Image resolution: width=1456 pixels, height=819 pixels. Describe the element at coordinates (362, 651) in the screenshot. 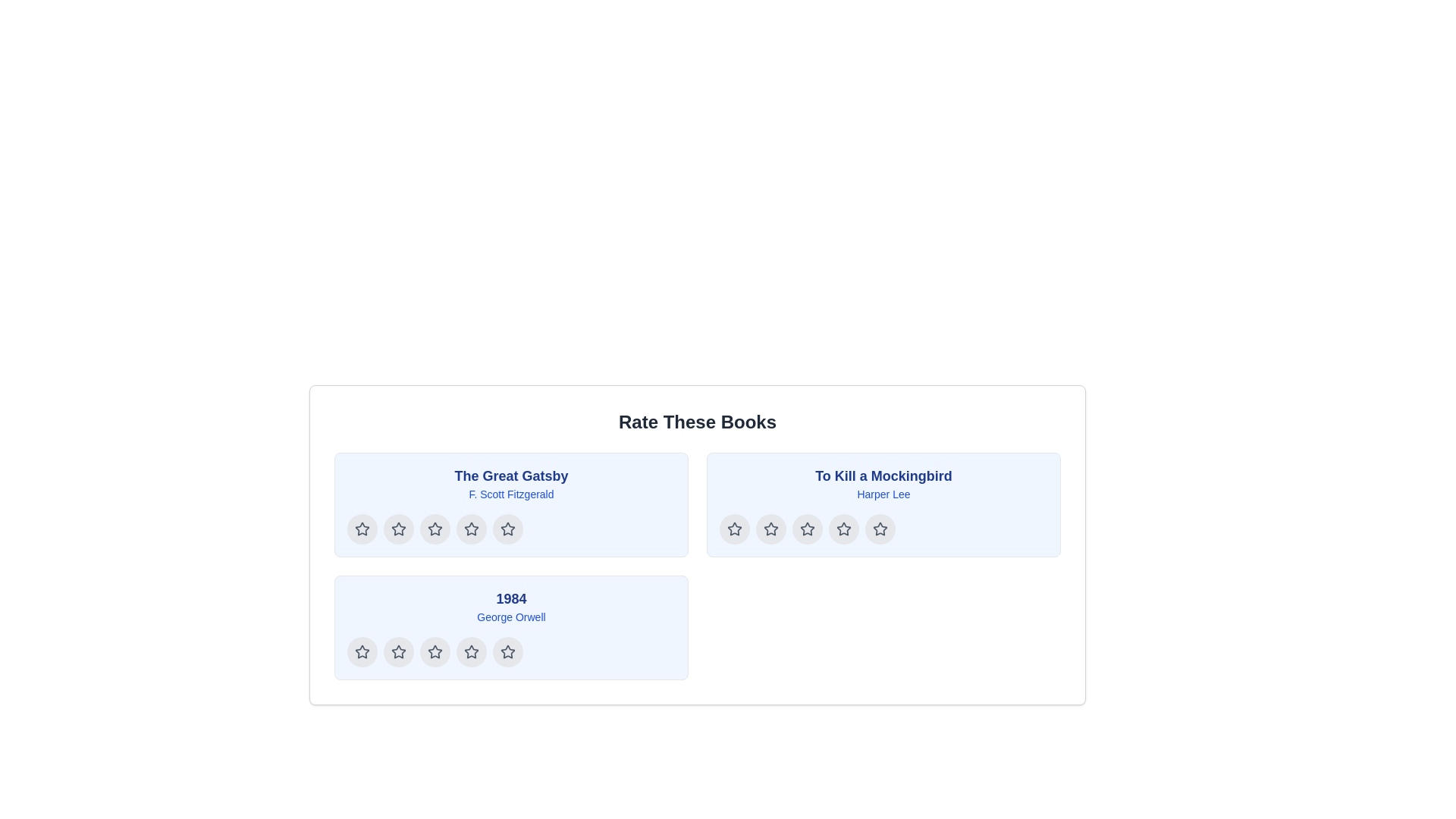

I see `the first star icon in the second book rating row for '1984' by George Orwell, which is styled with an outline and set against a light gray circular background` at that location.